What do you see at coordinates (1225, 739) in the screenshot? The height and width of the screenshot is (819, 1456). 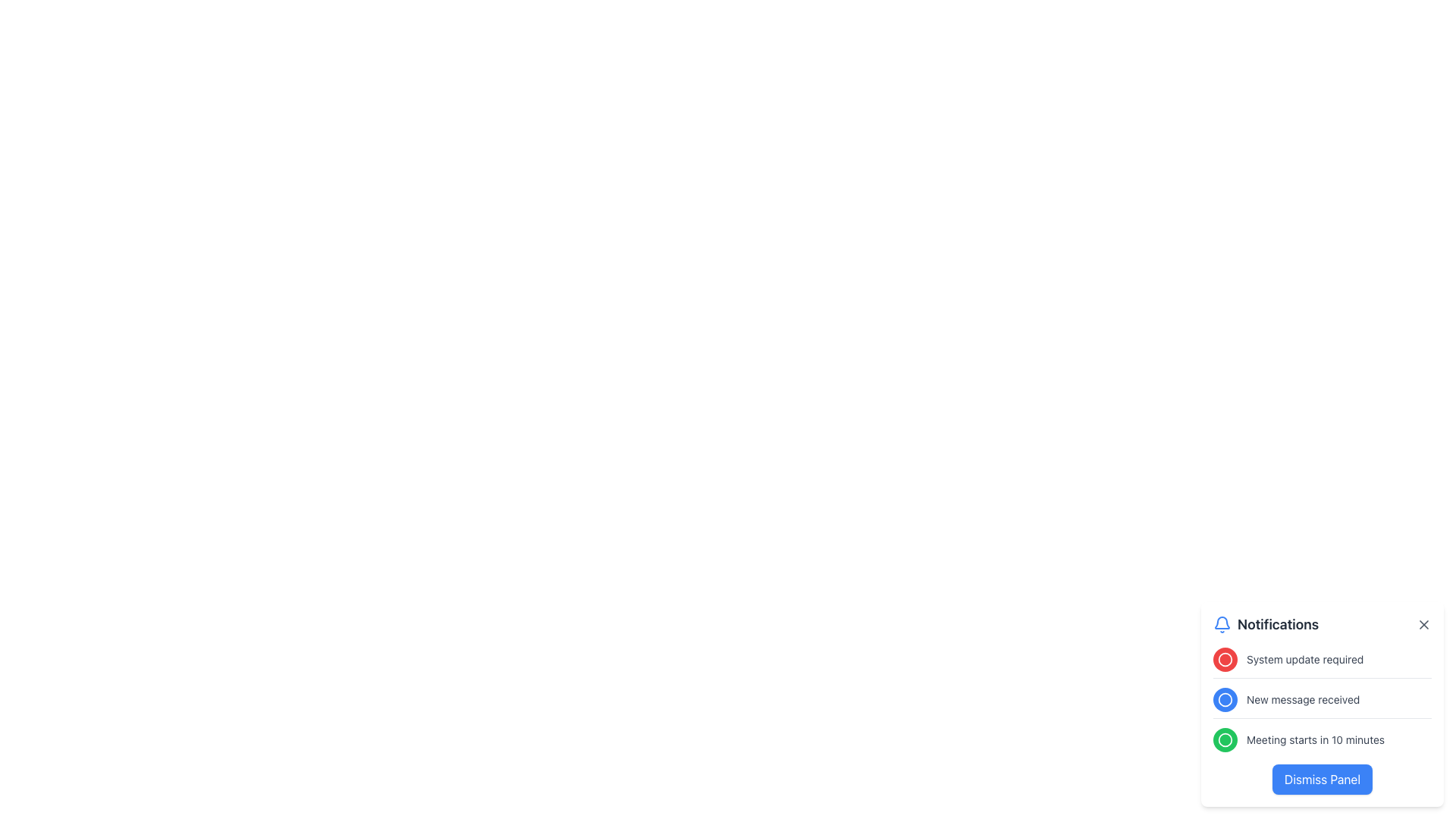 I see `the green circular icon in the 'Meeting starts in 10 minutes' notification row, which is part of the notification icon set` at bounding box center [1225, 739].